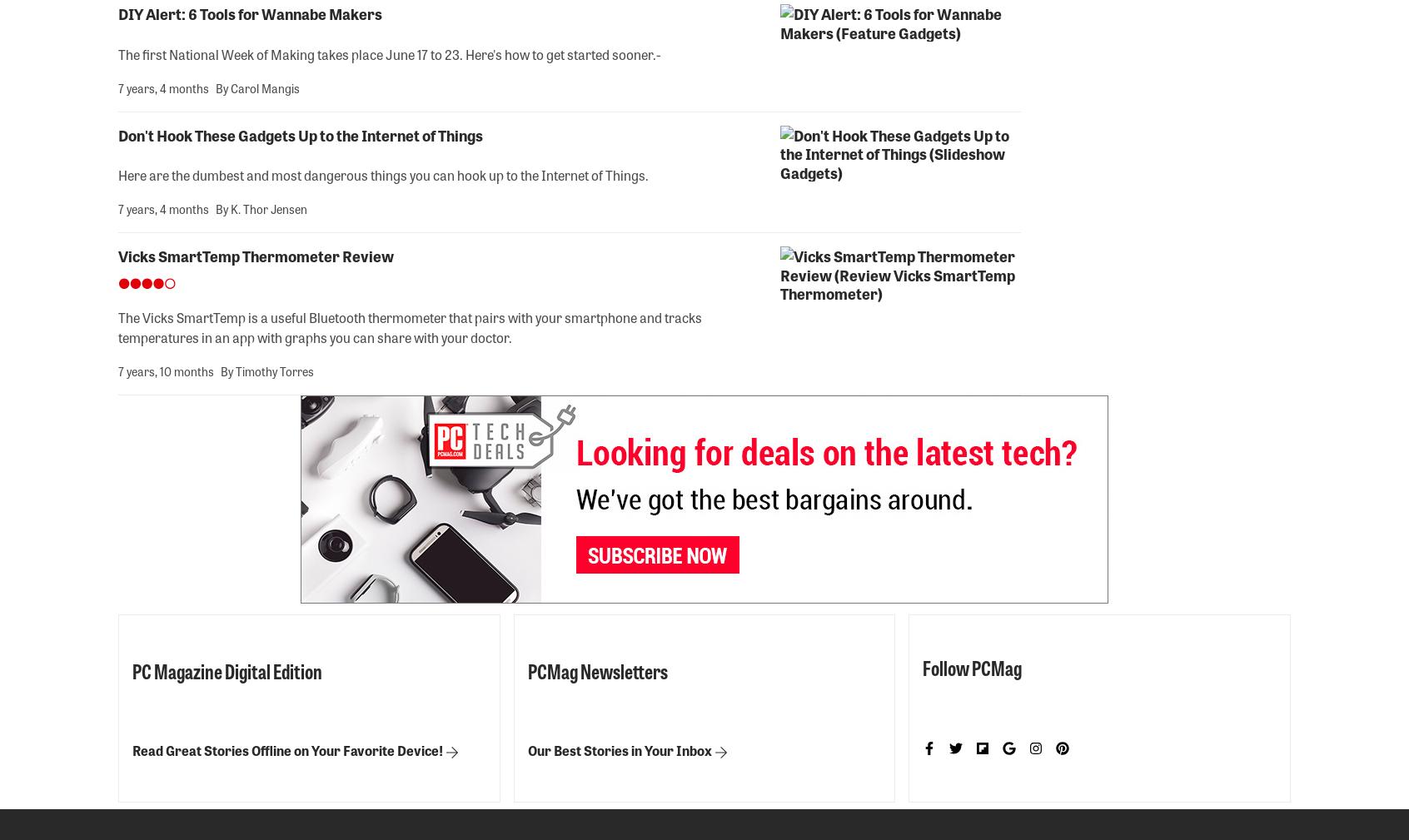 The image size is (1409, 840). What do you see at coordinates (382, 174) in the screenshot?
I see `'Here are the dumbest and most dangerous things you can hook up to the Internet of Things.'` at bounding box center [382, 174].